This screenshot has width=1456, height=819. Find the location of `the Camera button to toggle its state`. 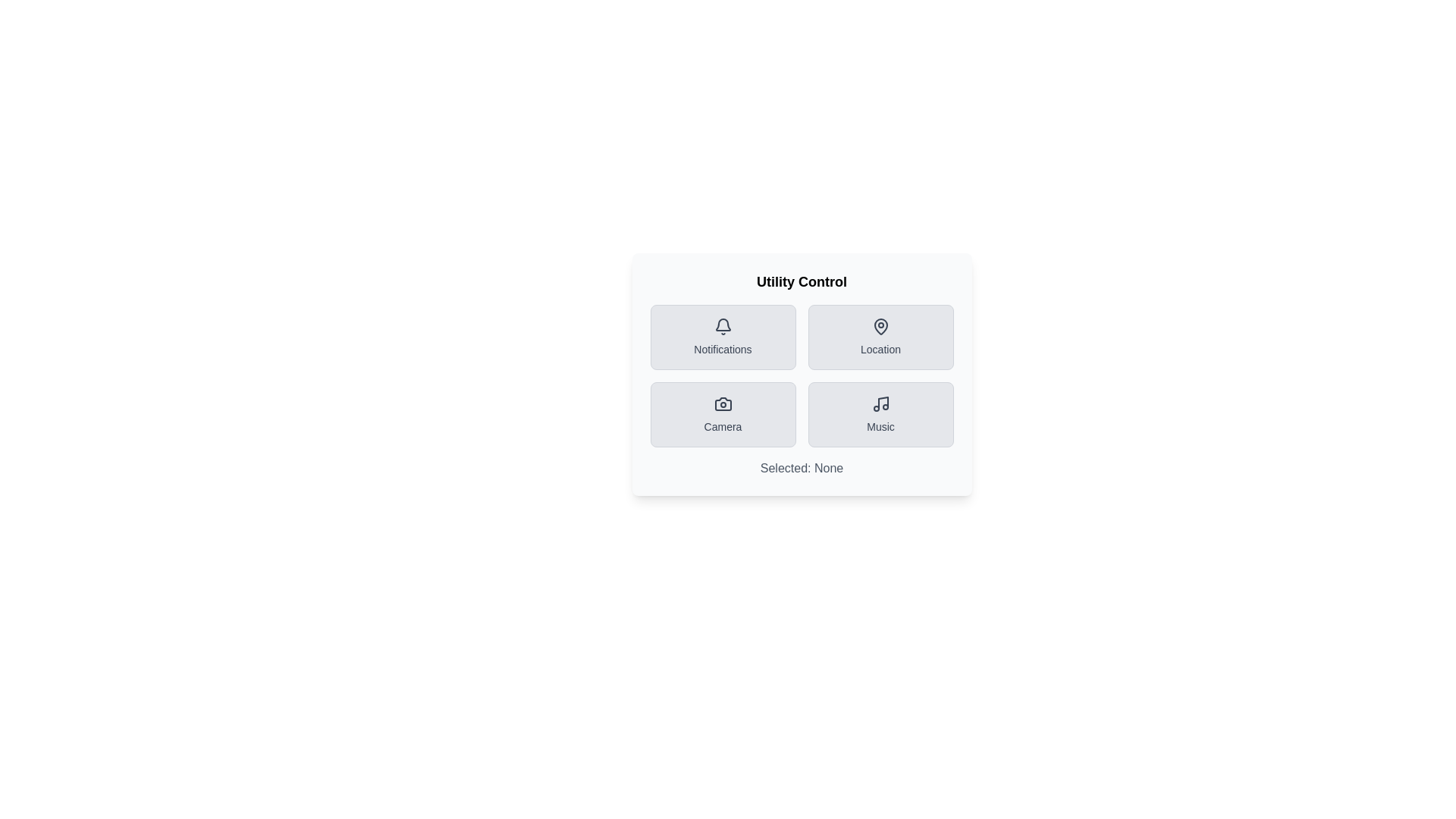

the Camera button to toggle its state is located at coordinates (722, 415).